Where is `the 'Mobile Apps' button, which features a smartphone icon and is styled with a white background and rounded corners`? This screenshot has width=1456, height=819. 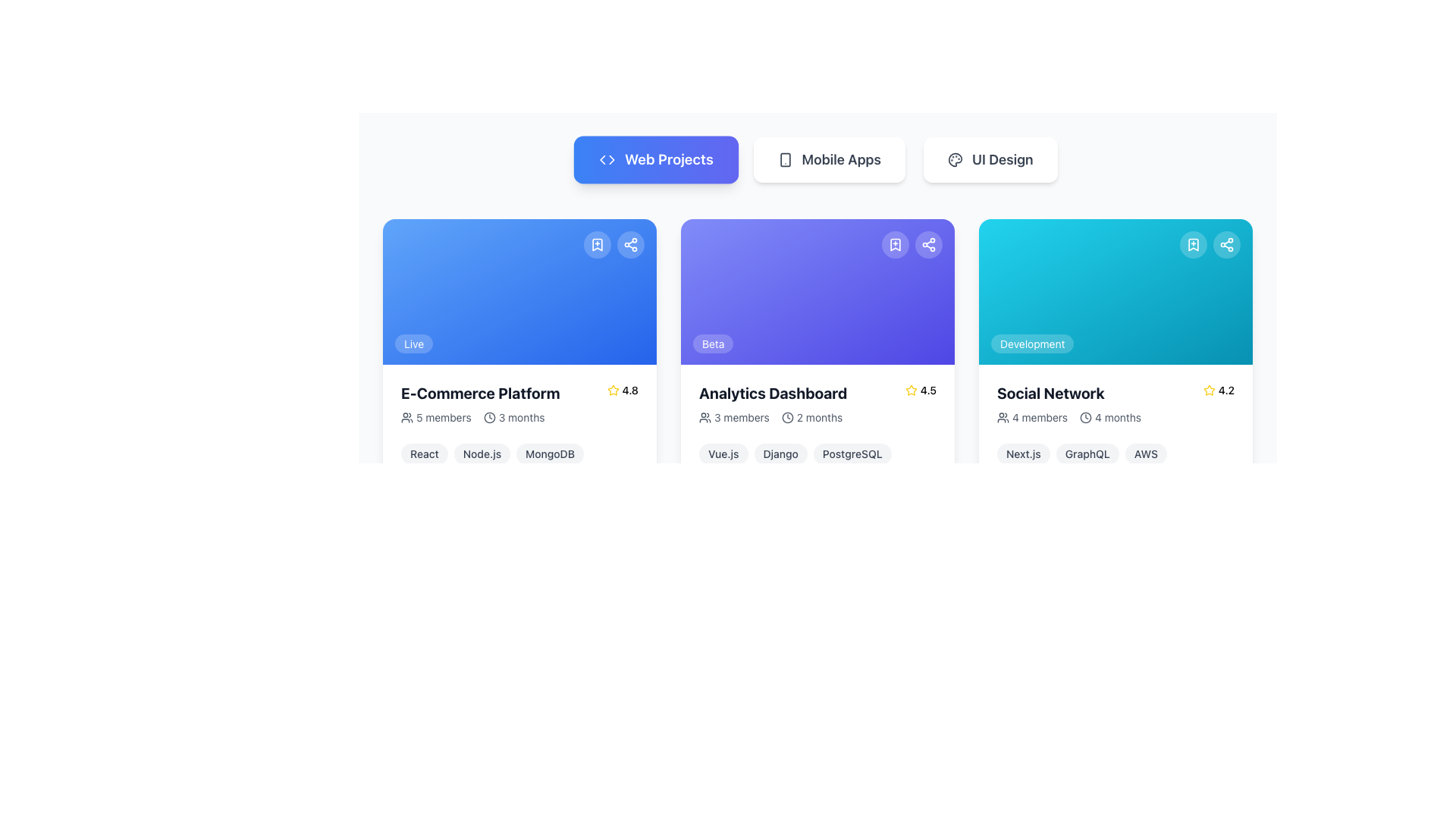 the 'Mobile Apps' button, which features a smartphone icon and is styled with a white background and rounded corners is located at coordinates (828, 160).